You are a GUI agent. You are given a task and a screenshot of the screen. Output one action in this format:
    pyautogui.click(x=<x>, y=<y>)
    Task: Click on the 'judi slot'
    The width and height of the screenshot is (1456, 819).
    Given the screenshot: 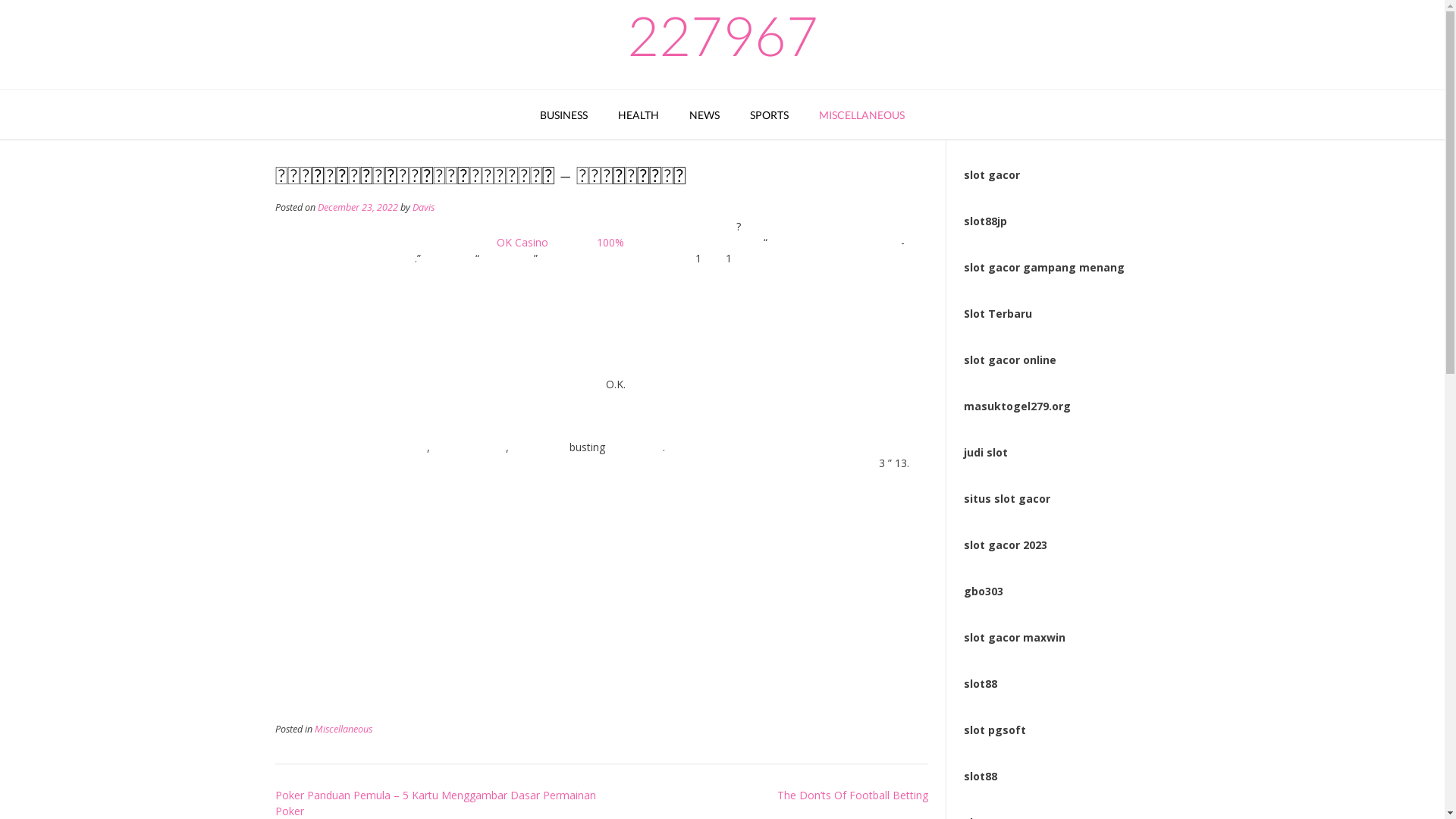 What is the action you would take?
    pyautogui.click(x=963, y=451)
    